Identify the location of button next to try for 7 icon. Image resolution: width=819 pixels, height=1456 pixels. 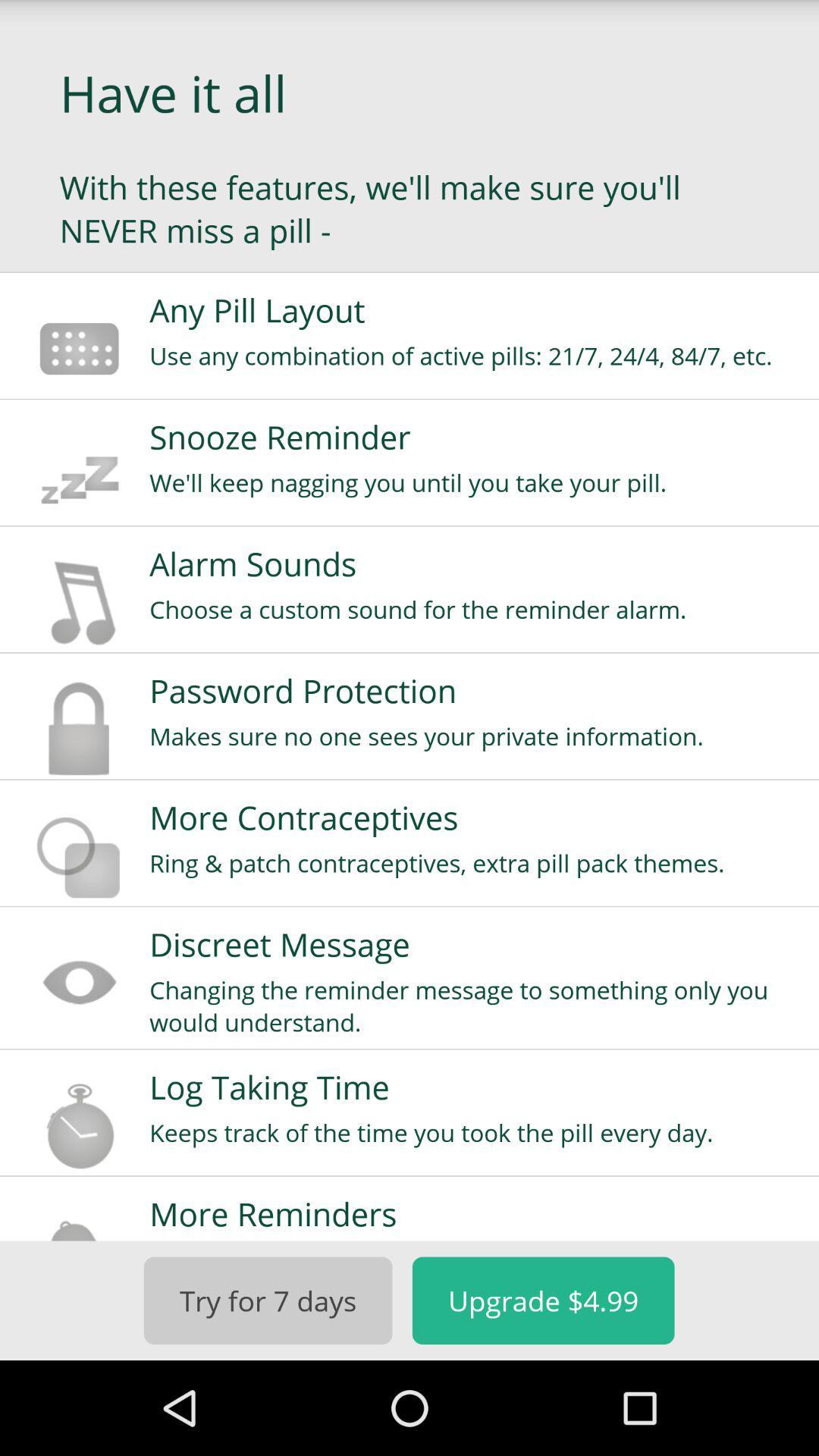
(542, 1300).